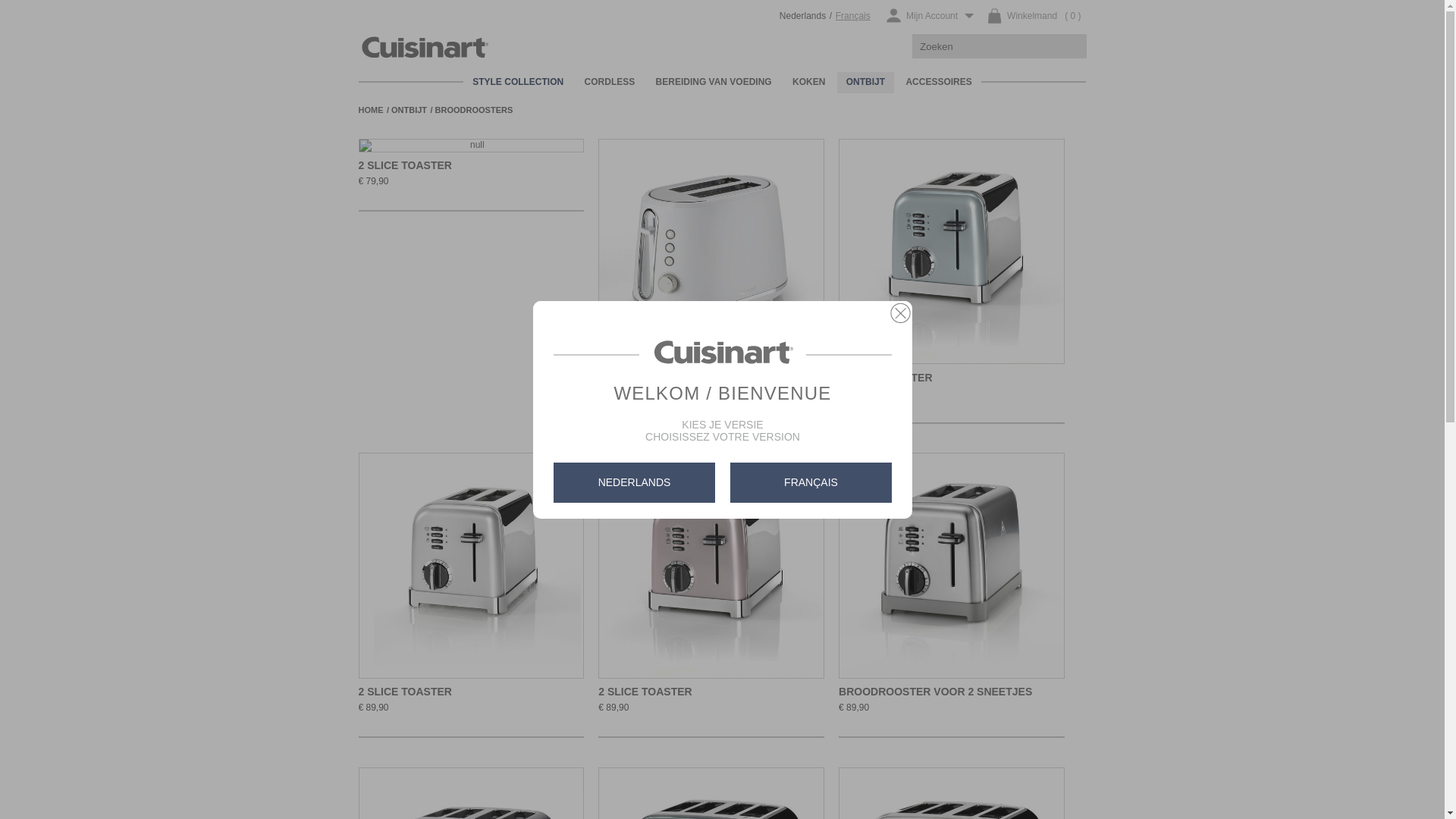  What do you see at coordinates (783, 82) in the screenshot?
I see `'KOKEN'` at bounding box center [783, 82].